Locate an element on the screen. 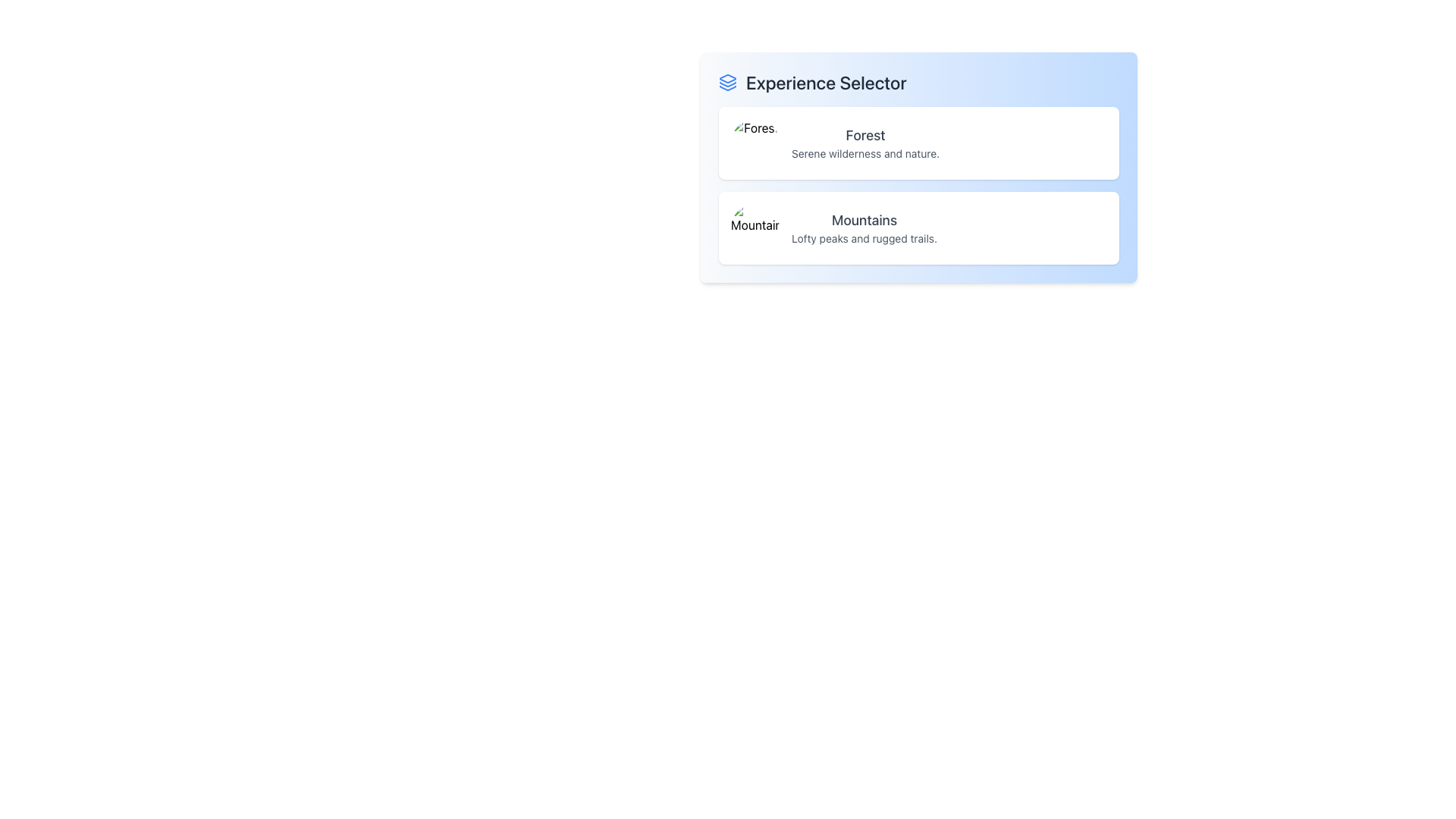 The image size is (1456, 819). the circular image element displaying a placeholder image of mountains, located on the left side of the 'Experience Selector' interface is located at coordinates (755, 227).